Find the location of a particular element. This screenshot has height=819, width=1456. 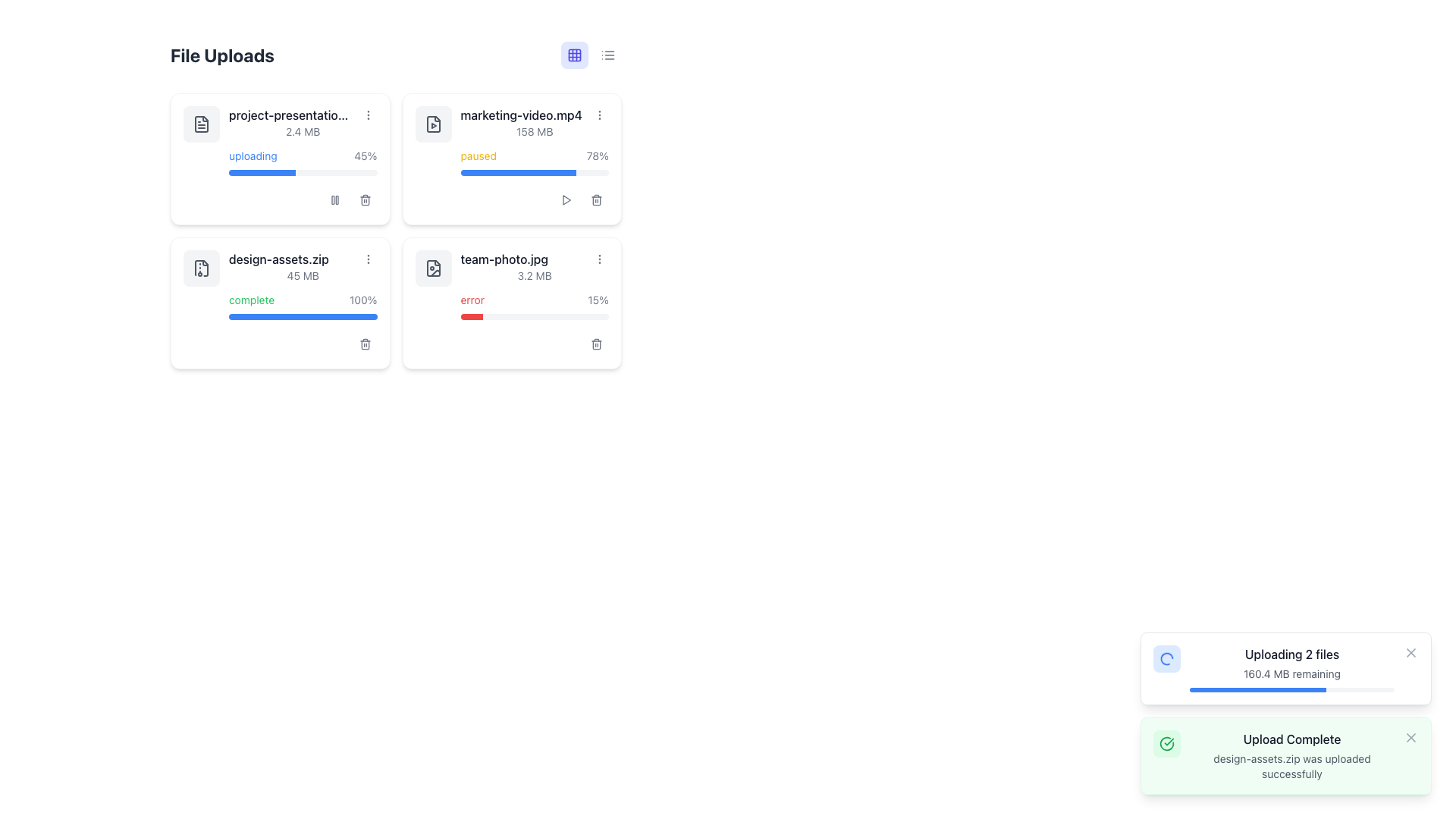

the Interactive menu button, which is represented by three vertically stacked grey dots, located is located at coordinates (368, 114).